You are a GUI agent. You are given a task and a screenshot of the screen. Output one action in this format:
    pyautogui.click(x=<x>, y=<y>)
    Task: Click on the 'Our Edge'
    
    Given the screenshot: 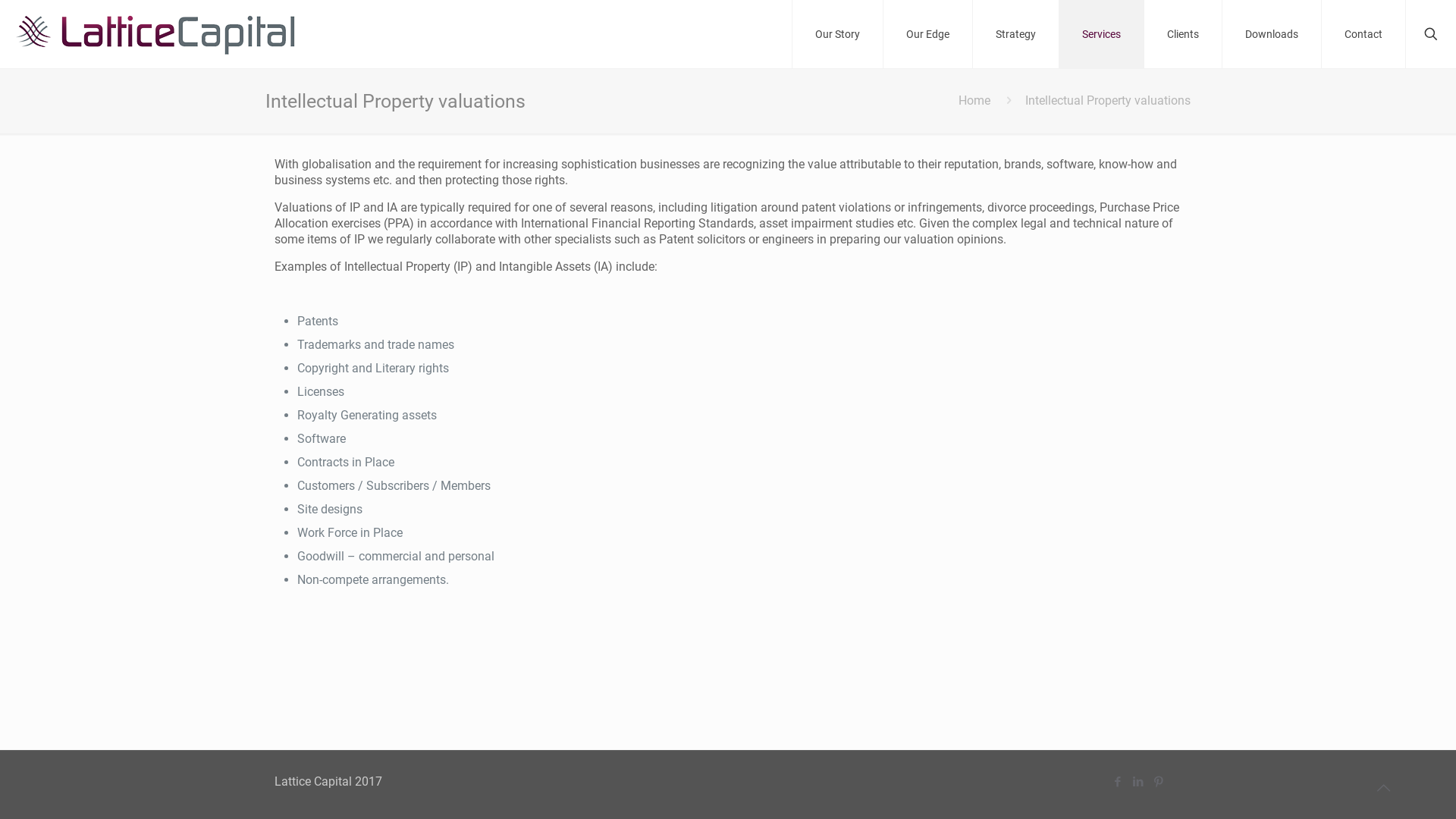 What is the action you would take?
    pyautogui.click(x=927, y=34)
    